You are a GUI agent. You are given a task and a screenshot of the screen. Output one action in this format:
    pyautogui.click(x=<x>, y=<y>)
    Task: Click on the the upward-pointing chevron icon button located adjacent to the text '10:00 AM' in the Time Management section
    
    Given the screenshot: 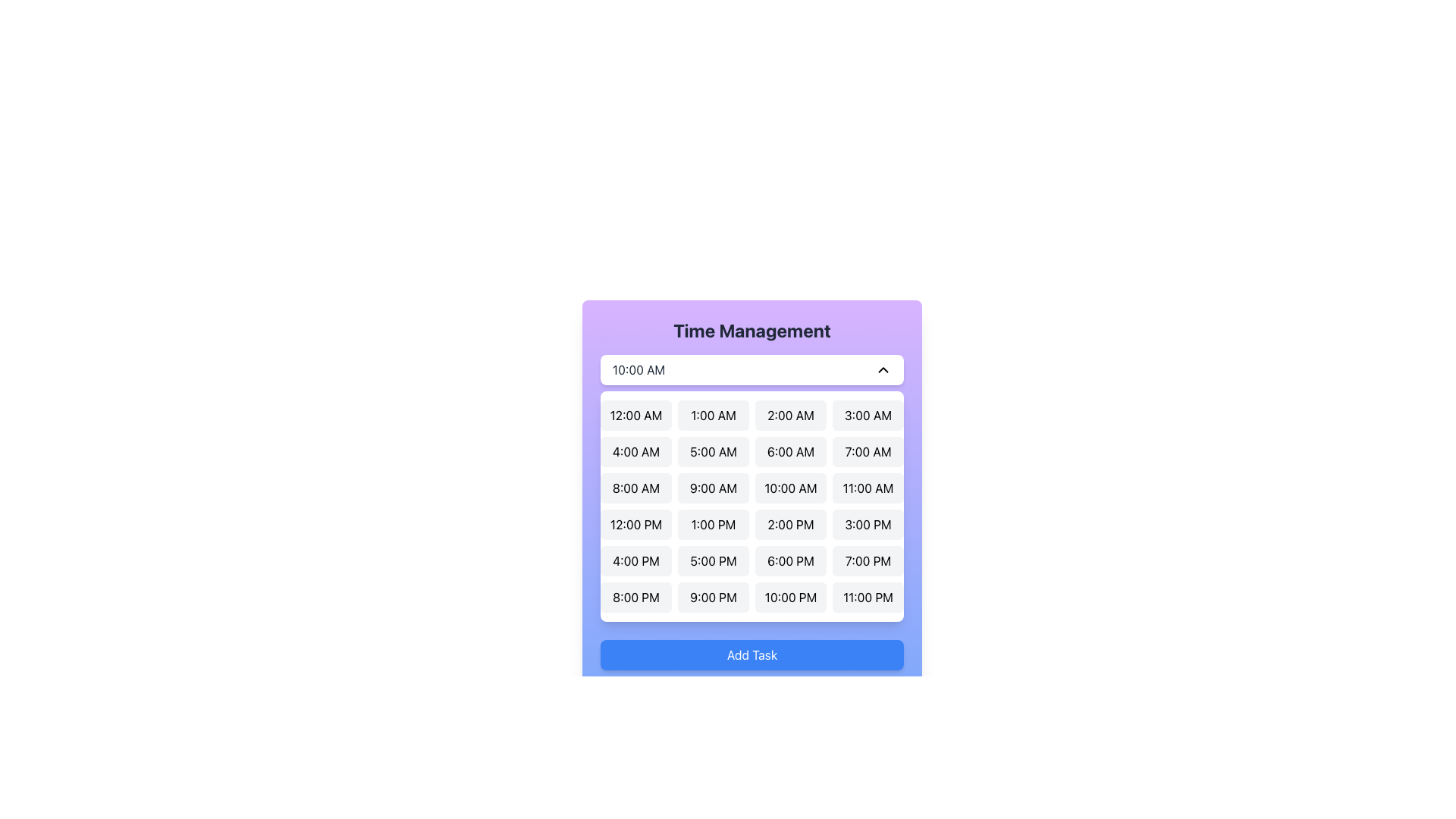 What is the action you would take?
    pyautogui.click(x=883, y=370)
    